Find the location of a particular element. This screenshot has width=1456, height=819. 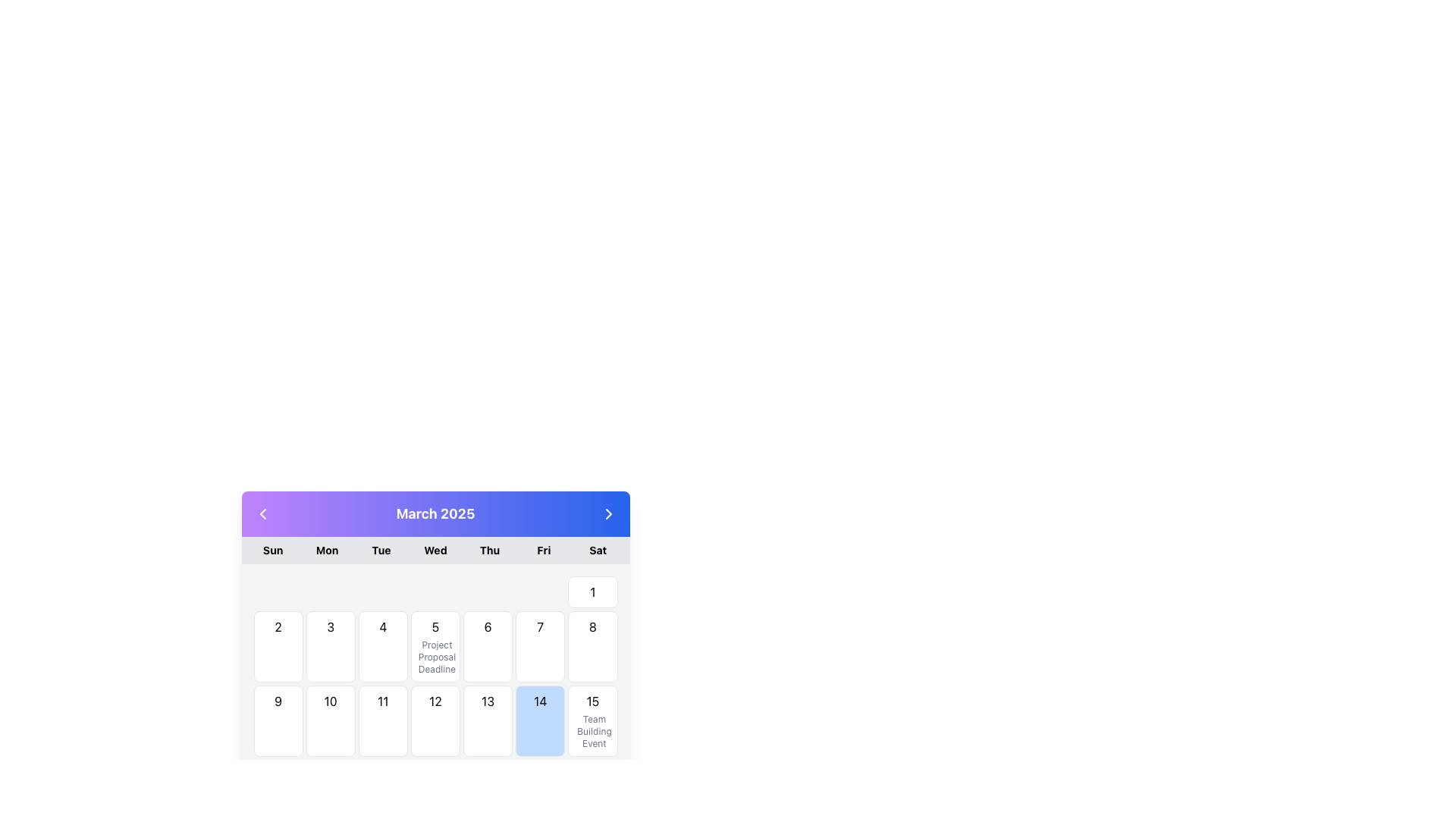

the calendar day box containing the number '6' is located at coordinates (488, 646).